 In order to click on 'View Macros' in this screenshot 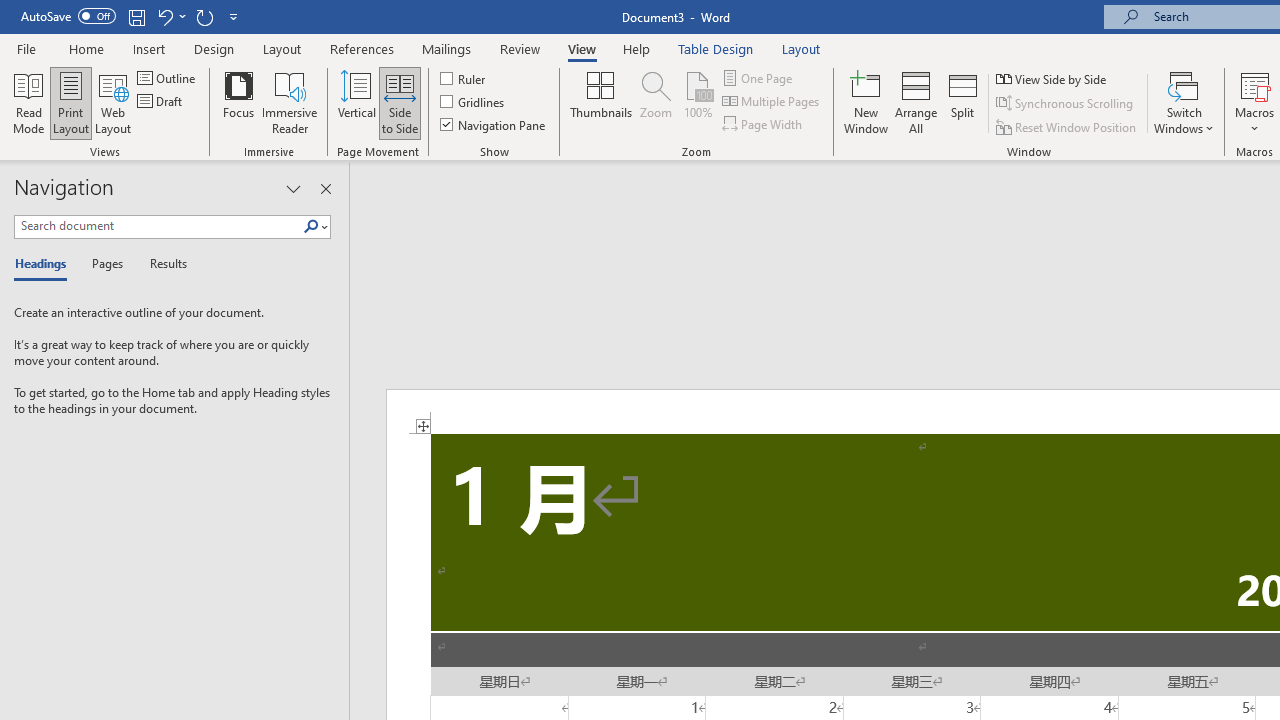, I will do `click(1254, 84)`.